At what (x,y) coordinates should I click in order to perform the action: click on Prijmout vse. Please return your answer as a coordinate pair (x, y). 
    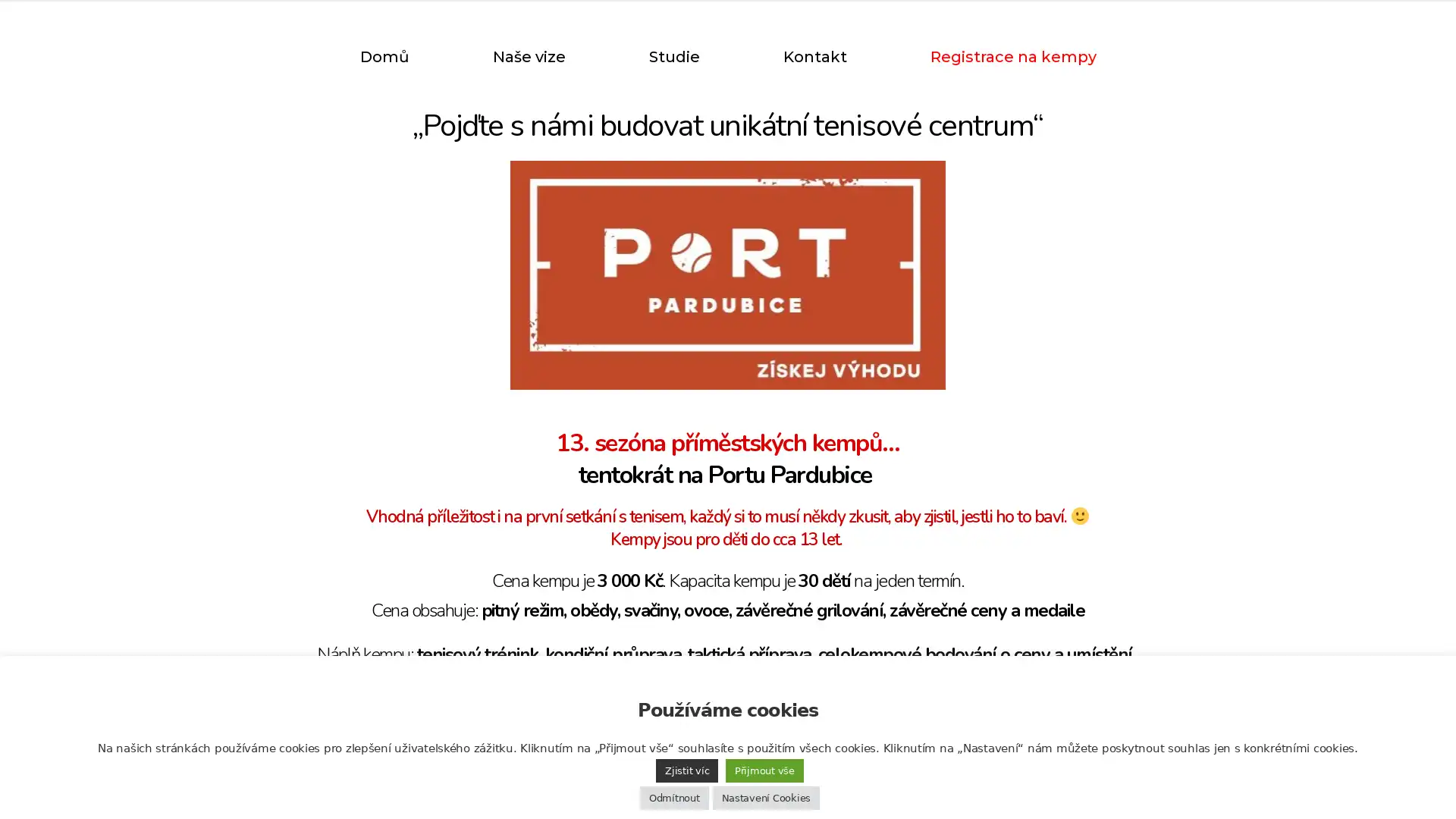
    Looking at the image, I should click on (764, 770).